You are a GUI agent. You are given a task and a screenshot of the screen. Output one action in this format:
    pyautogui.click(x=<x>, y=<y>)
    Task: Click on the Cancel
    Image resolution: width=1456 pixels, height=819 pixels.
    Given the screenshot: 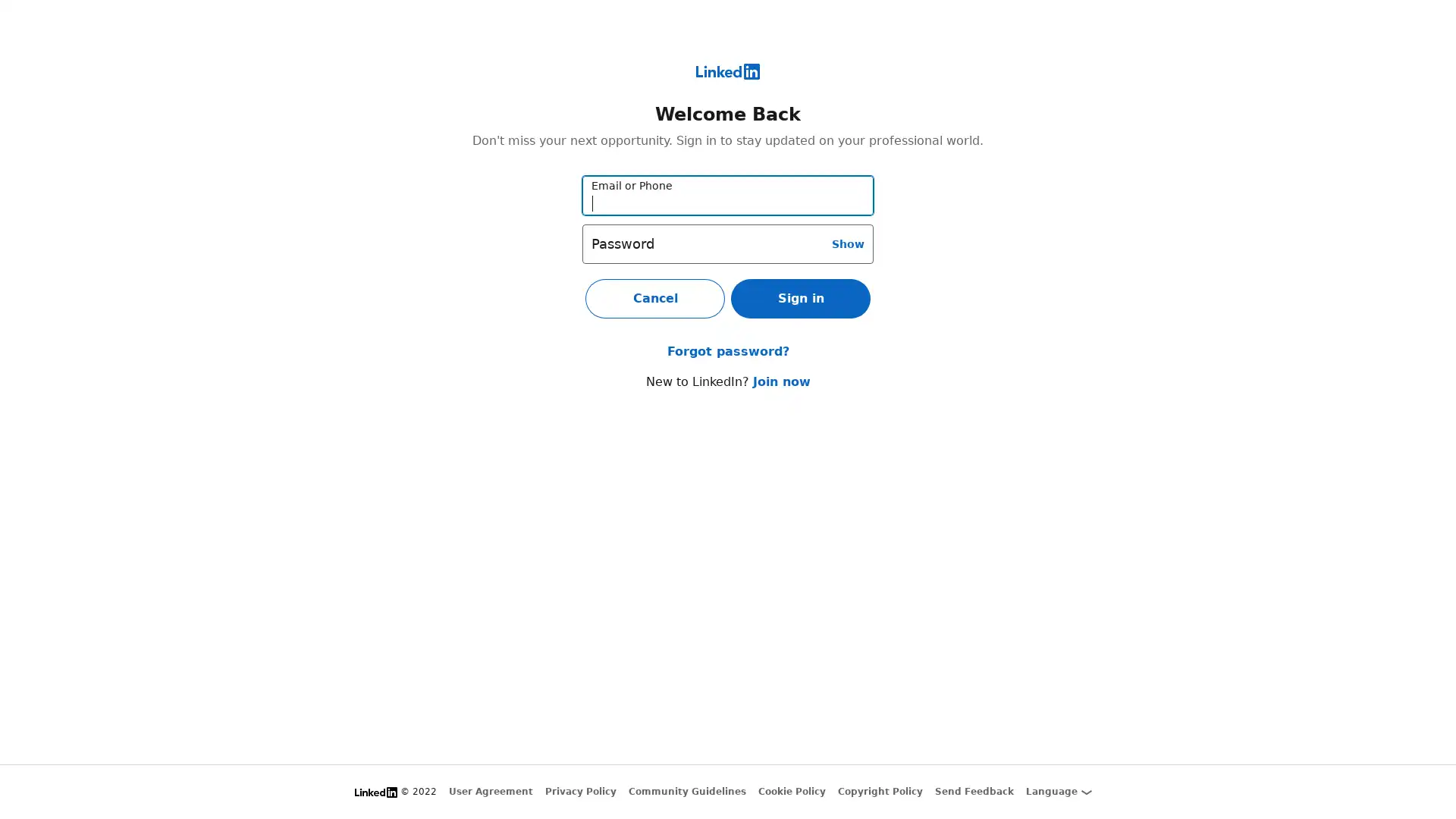 What is the action you would take?
    pyautogui.click(x=655, y=298)
    